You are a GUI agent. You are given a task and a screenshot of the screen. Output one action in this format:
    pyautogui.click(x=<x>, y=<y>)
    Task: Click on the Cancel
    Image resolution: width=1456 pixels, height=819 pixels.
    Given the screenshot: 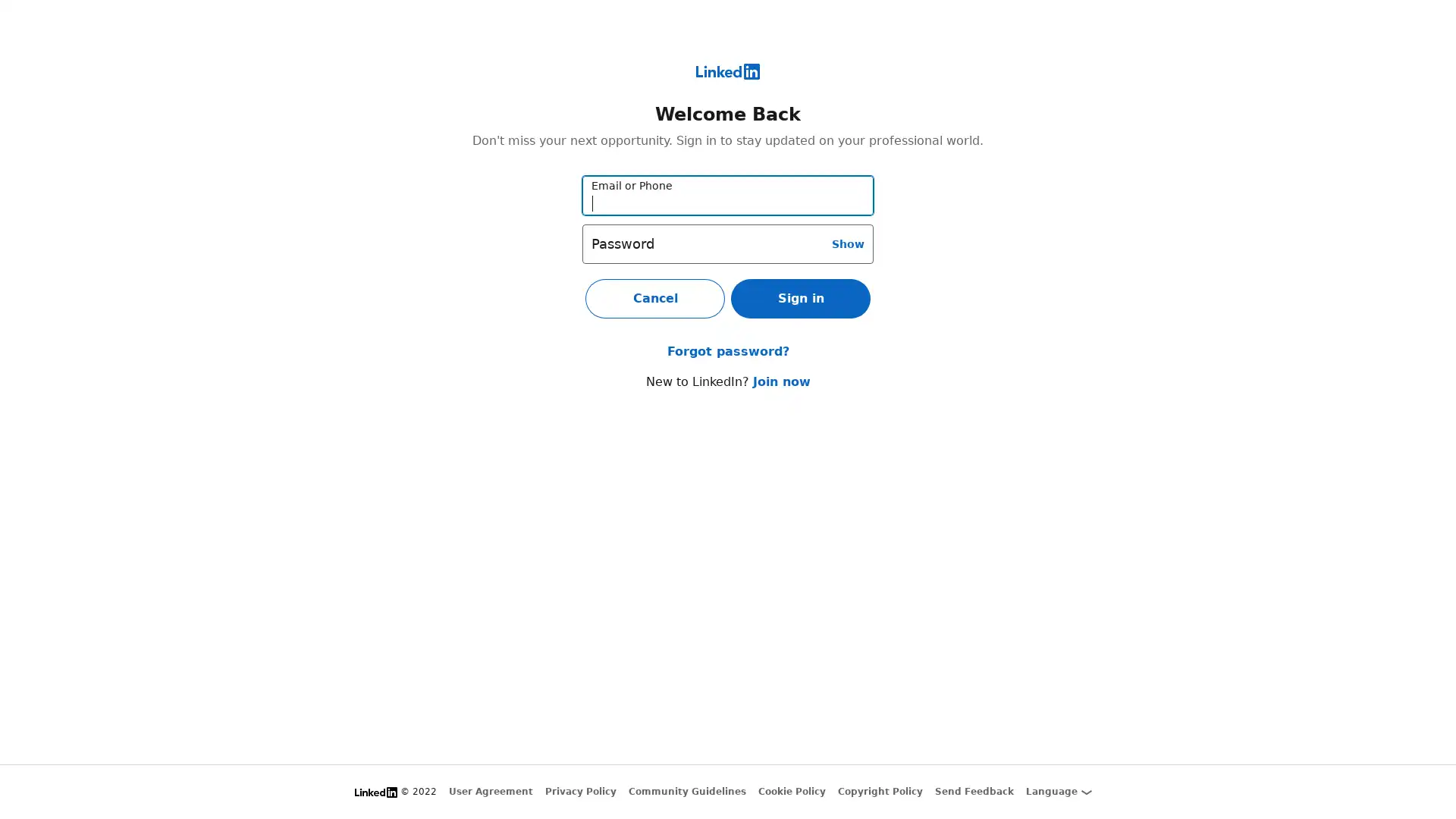 What is the action you would take?
    pyautogui.click(x=655, y=298)
    